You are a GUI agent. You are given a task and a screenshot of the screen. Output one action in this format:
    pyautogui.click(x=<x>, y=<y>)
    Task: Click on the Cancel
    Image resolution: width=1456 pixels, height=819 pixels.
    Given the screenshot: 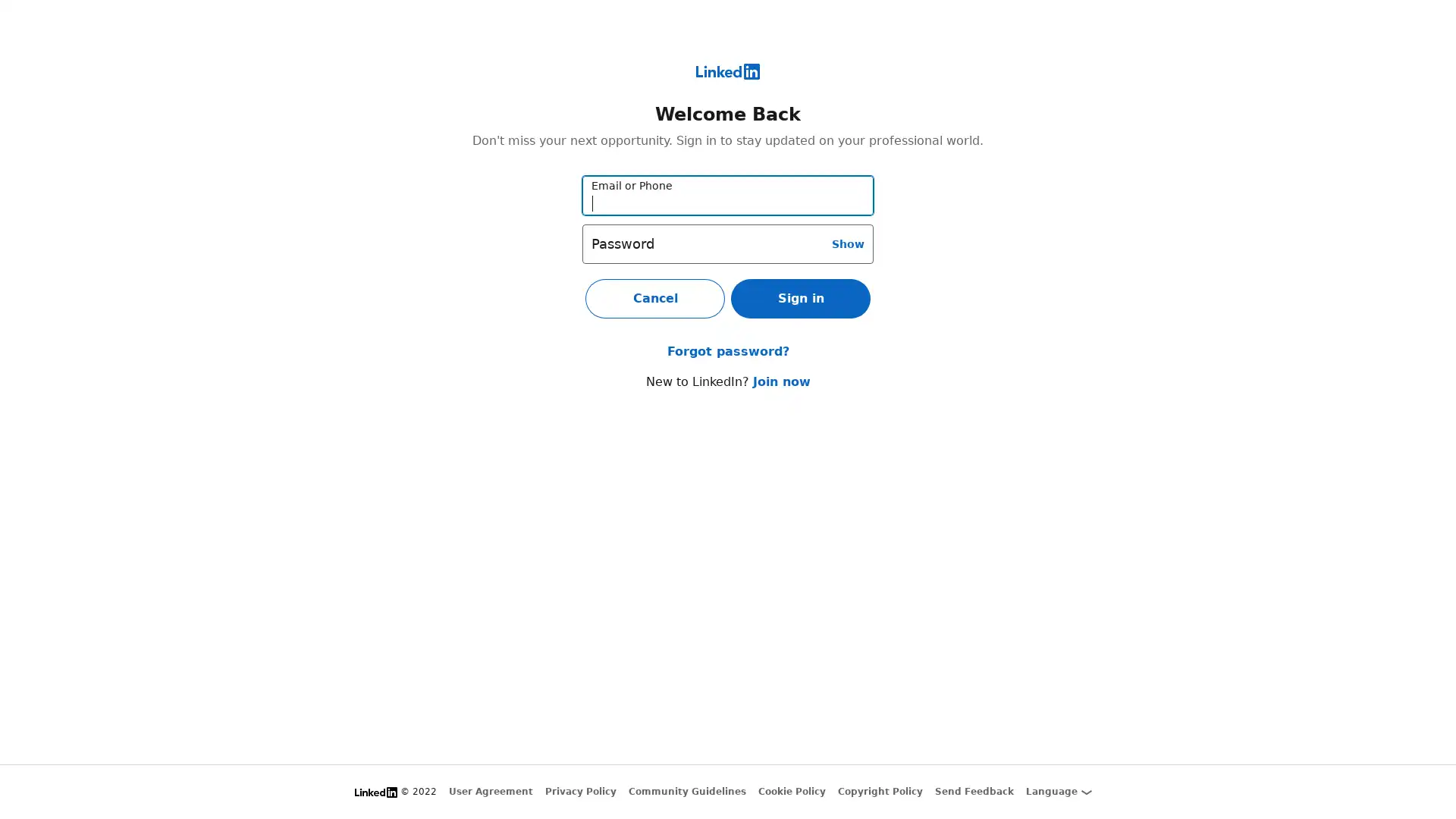 What is the action you would take?
    pyautogui.click(x=655, y=298)
    